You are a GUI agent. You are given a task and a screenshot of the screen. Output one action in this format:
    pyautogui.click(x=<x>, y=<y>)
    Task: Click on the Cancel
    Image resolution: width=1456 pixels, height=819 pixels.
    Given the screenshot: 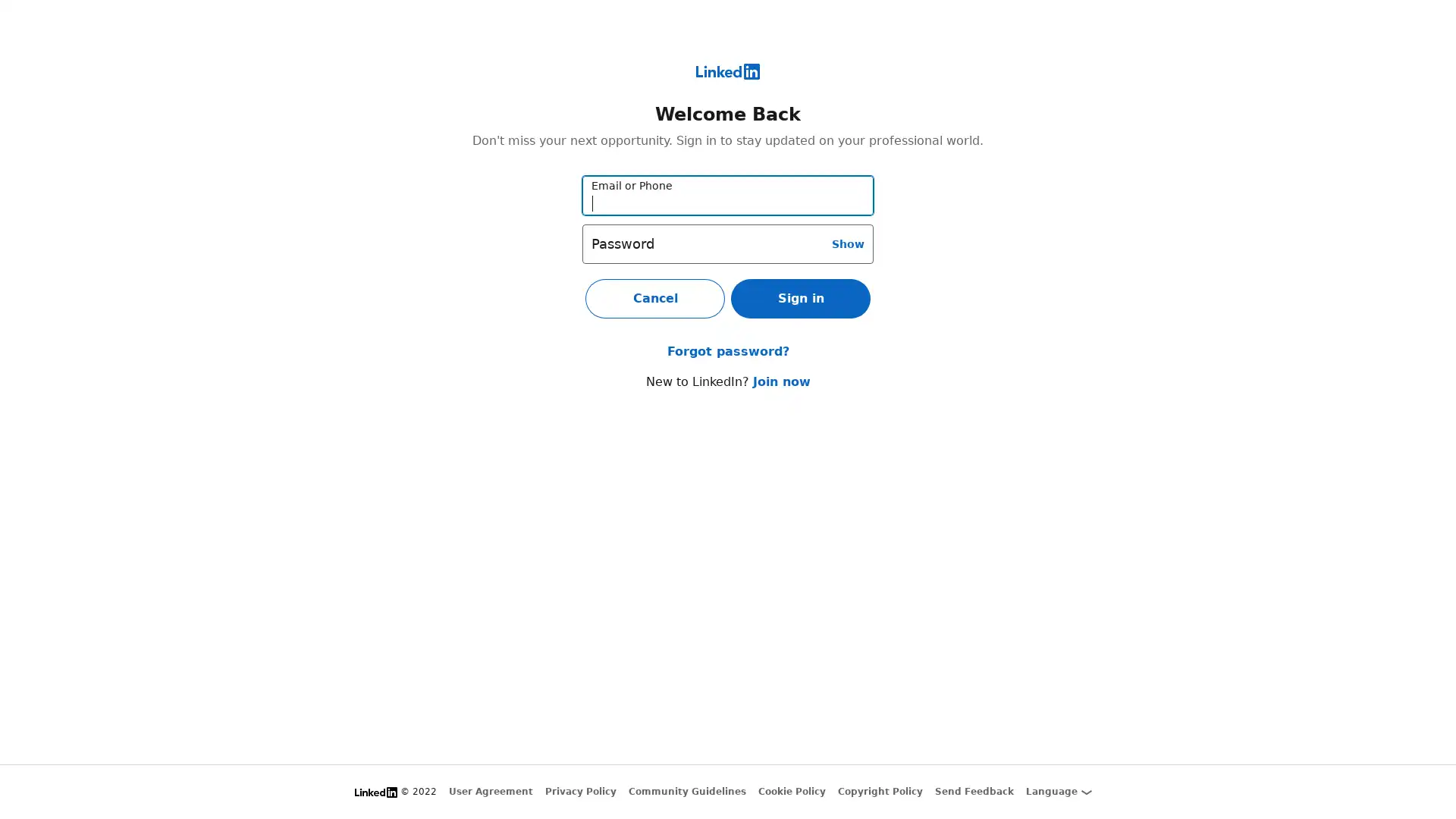 What is the action you would take?
    pyautogui.click(x=655, y=298)
    